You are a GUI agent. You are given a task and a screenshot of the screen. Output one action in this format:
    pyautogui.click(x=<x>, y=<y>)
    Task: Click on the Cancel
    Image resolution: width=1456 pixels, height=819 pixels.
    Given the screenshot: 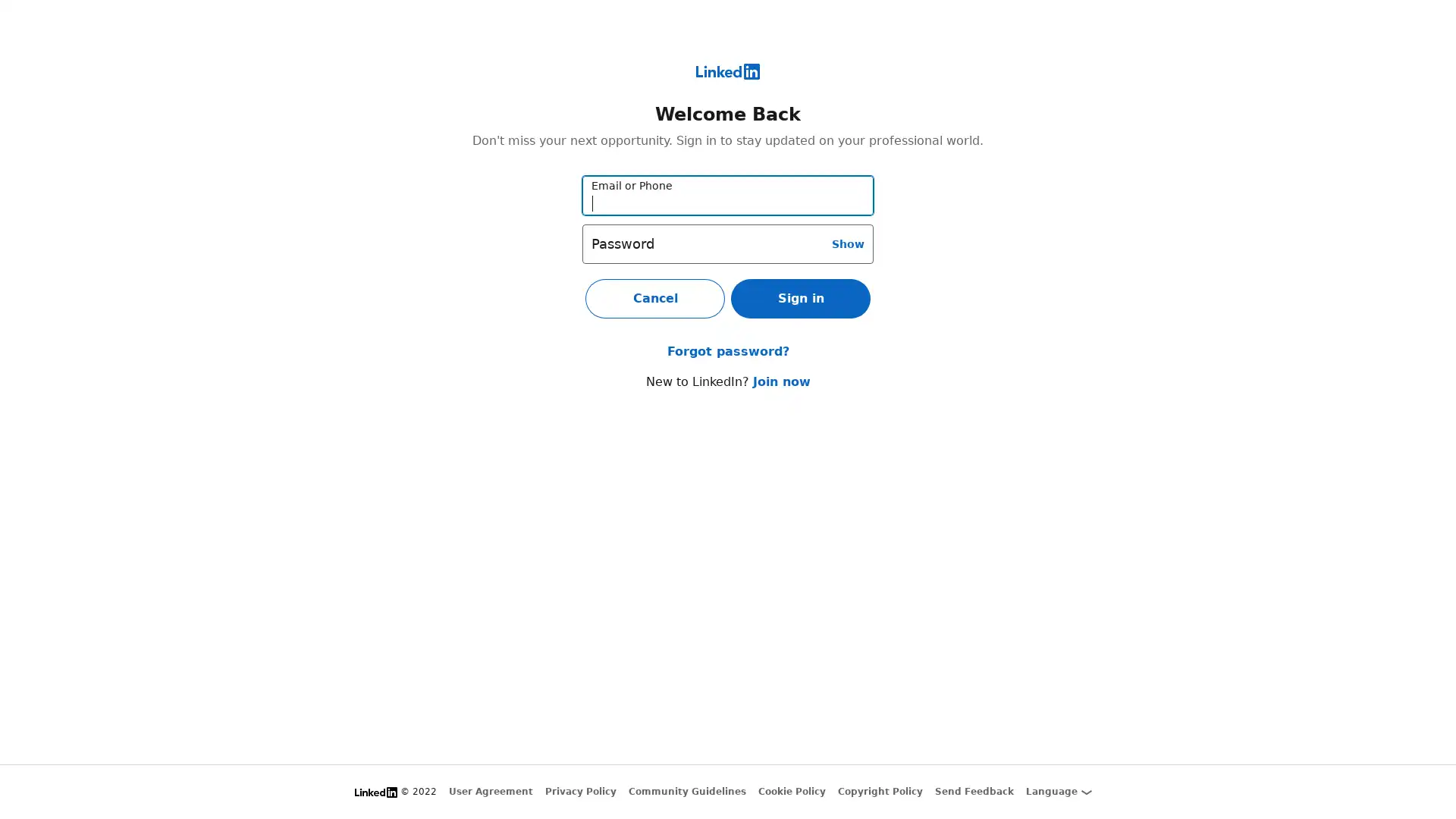 What is the action you would take?
    pyautogui.click(x=655, y=298)
    